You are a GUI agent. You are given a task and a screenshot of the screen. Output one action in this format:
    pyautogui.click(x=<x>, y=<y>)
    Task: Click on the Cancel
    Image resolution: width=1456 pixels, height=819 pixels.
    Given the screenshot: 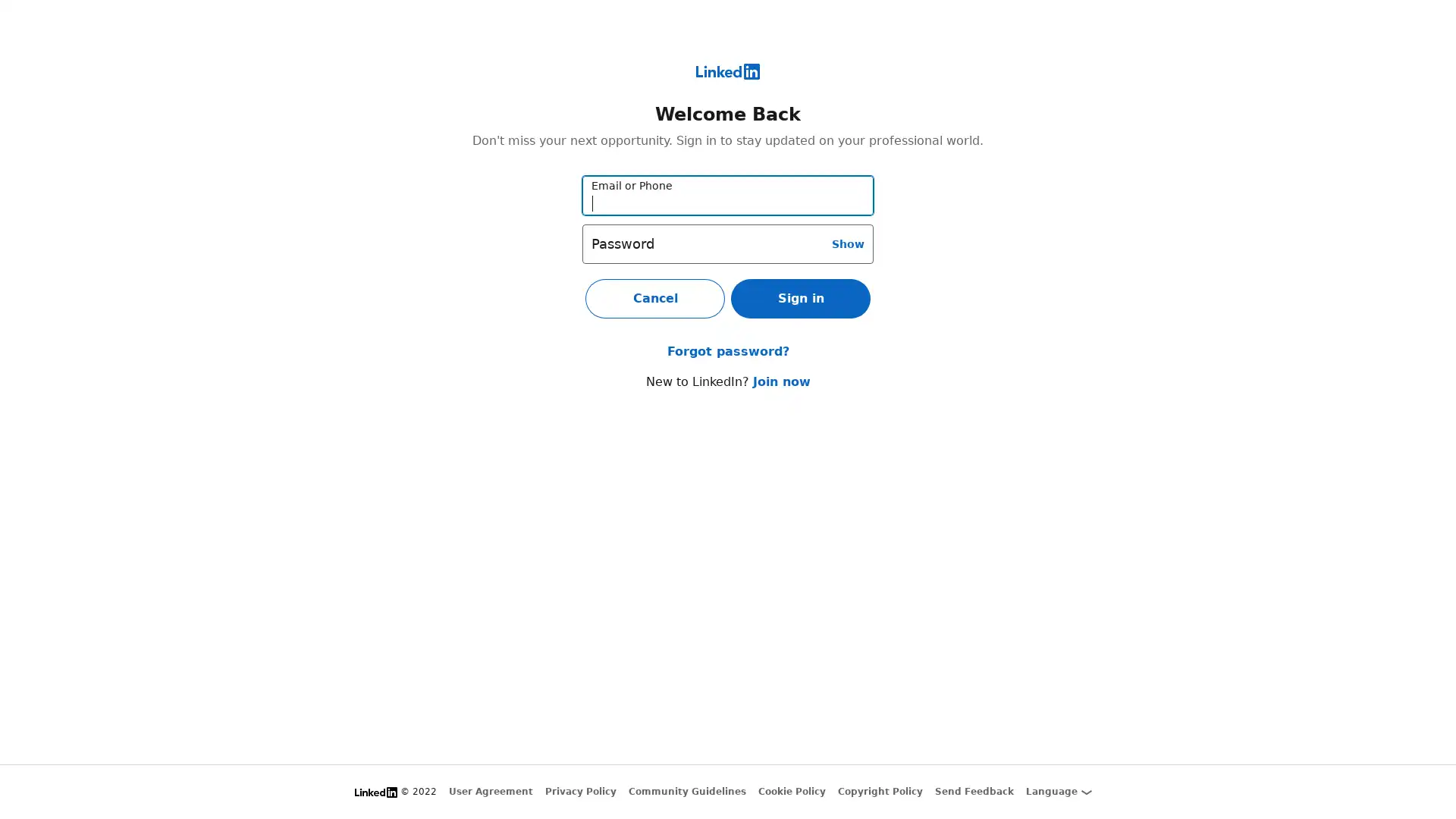 What is the action you would take?
    pyautogui.click(x=655, y=298)
    